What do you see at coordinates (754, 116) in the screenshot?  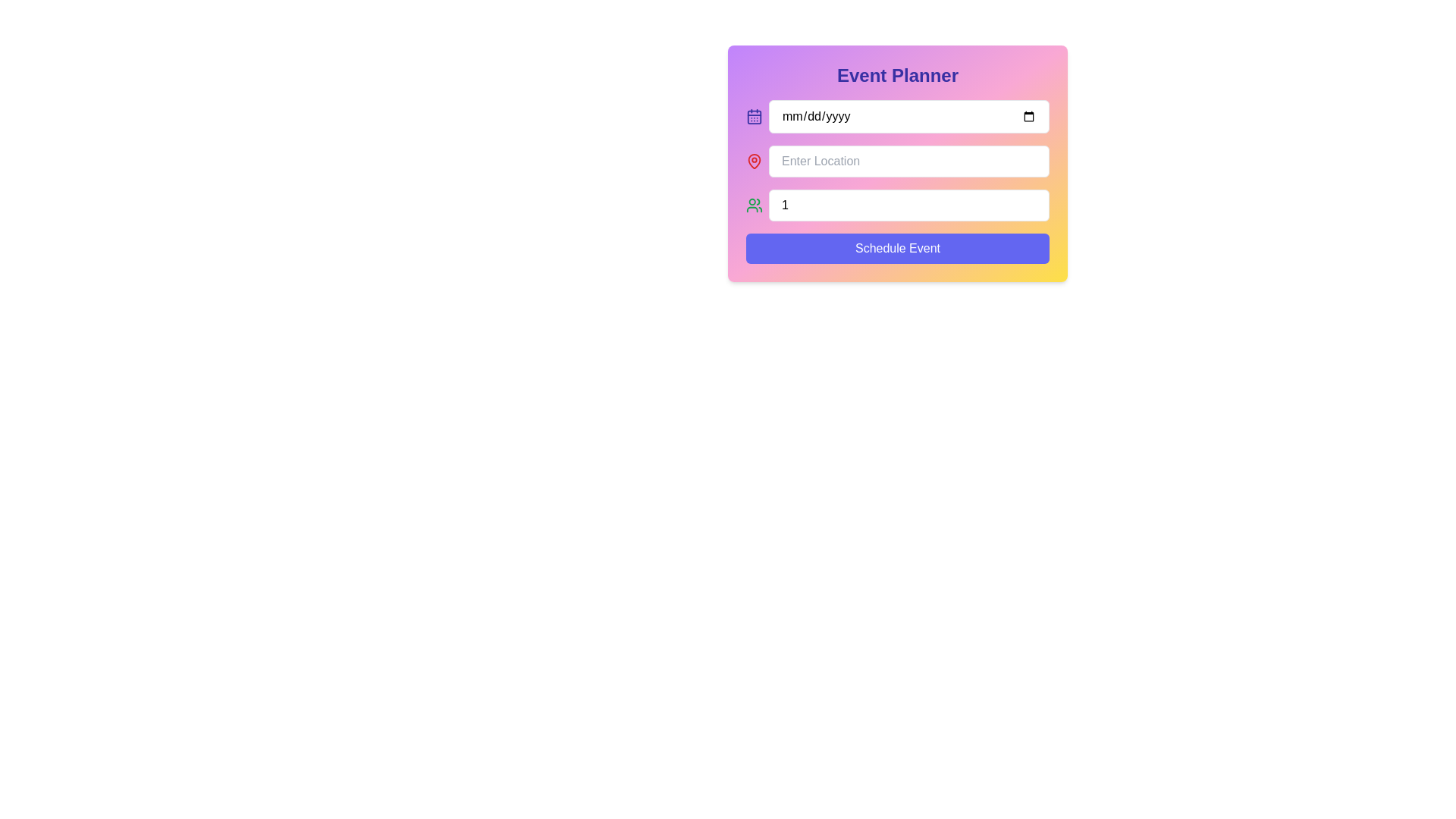 I see `the date input field icon located in the top-left area of the event form interface` at bounding box center [754, 116].